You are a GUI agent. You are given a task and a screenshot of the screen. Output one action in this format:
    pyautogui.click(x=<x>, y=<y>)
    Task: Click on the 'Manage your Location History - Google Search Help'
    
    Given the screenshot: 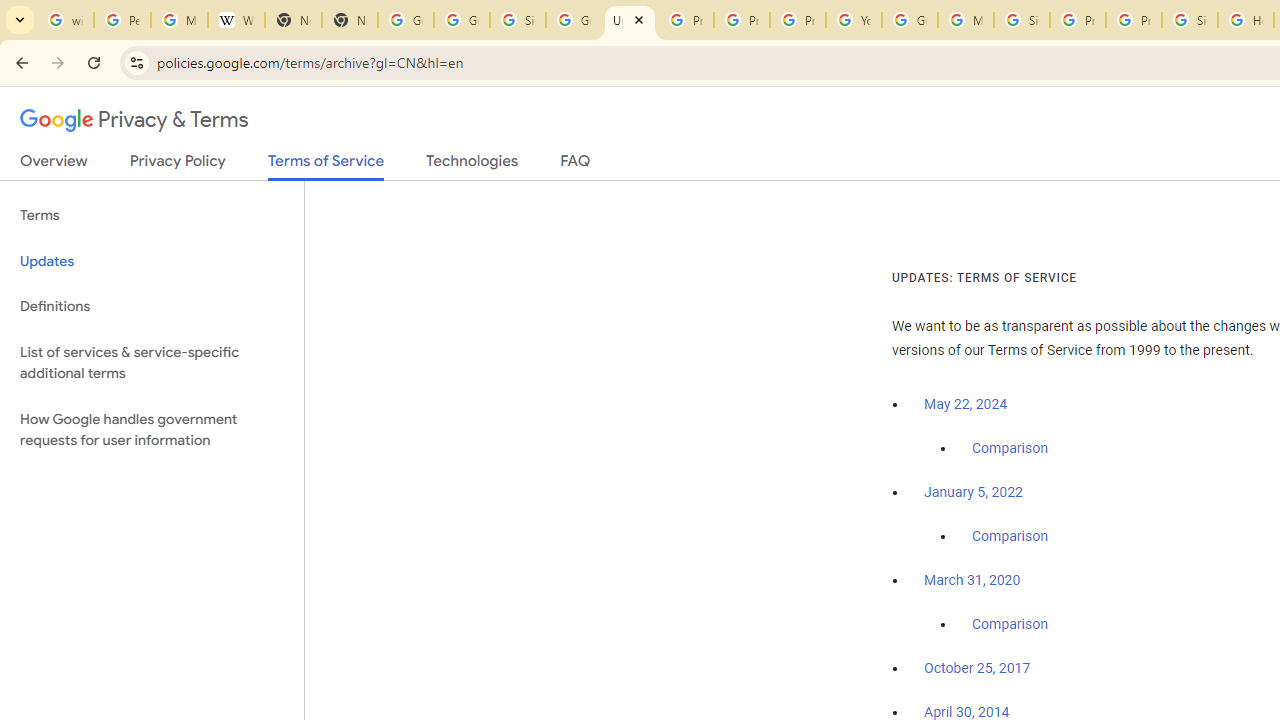 What is the action you would take?
    pyautogui.click(x=179, y=20)
    